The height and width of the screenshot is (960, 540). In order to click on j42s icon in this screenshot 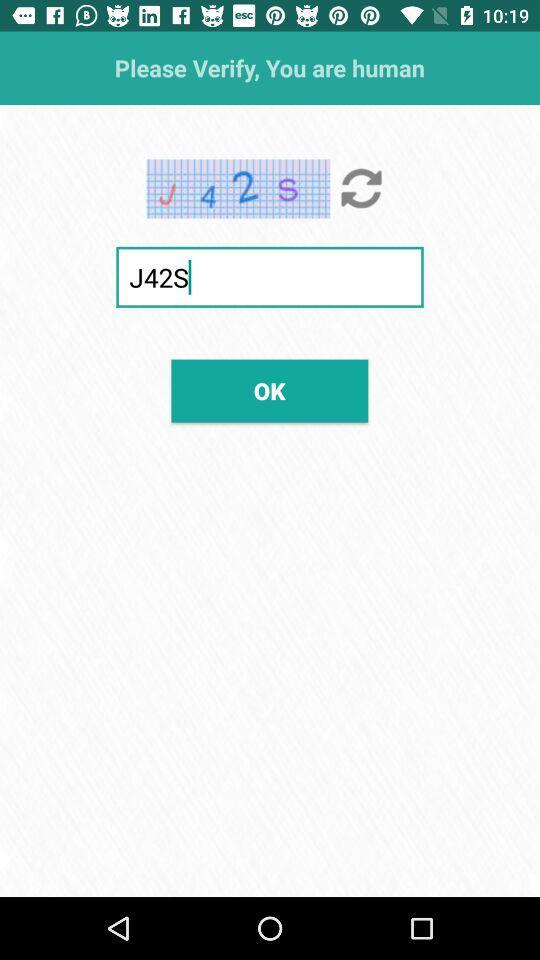, I will do `click(270, 276)`.